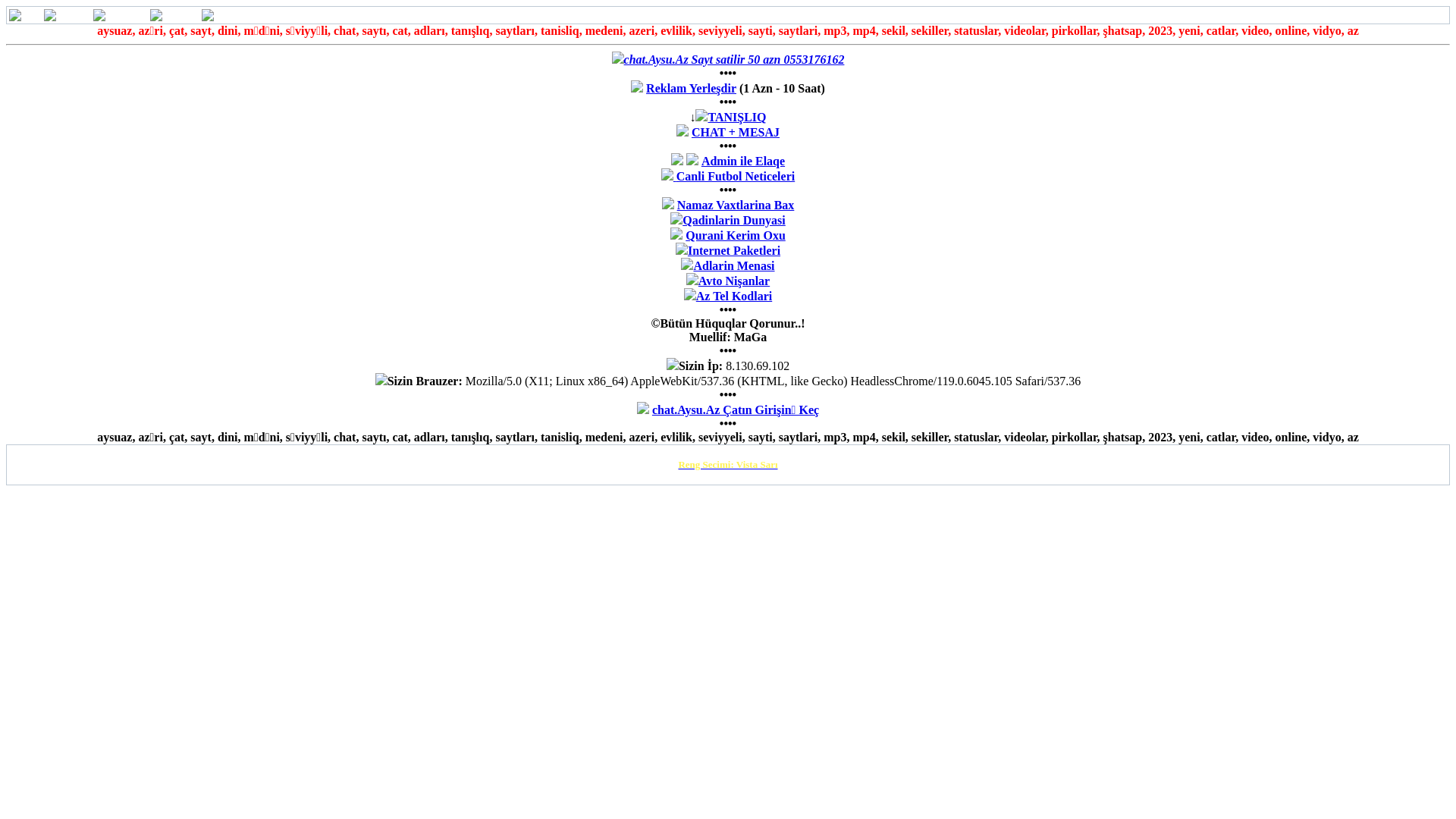 Image resolution: width=1456 pixels, height=819 pixels. Describe the element at coordinates (735, 131) in the screenshot. I see `'CHAT + MESAJ'` at that location.